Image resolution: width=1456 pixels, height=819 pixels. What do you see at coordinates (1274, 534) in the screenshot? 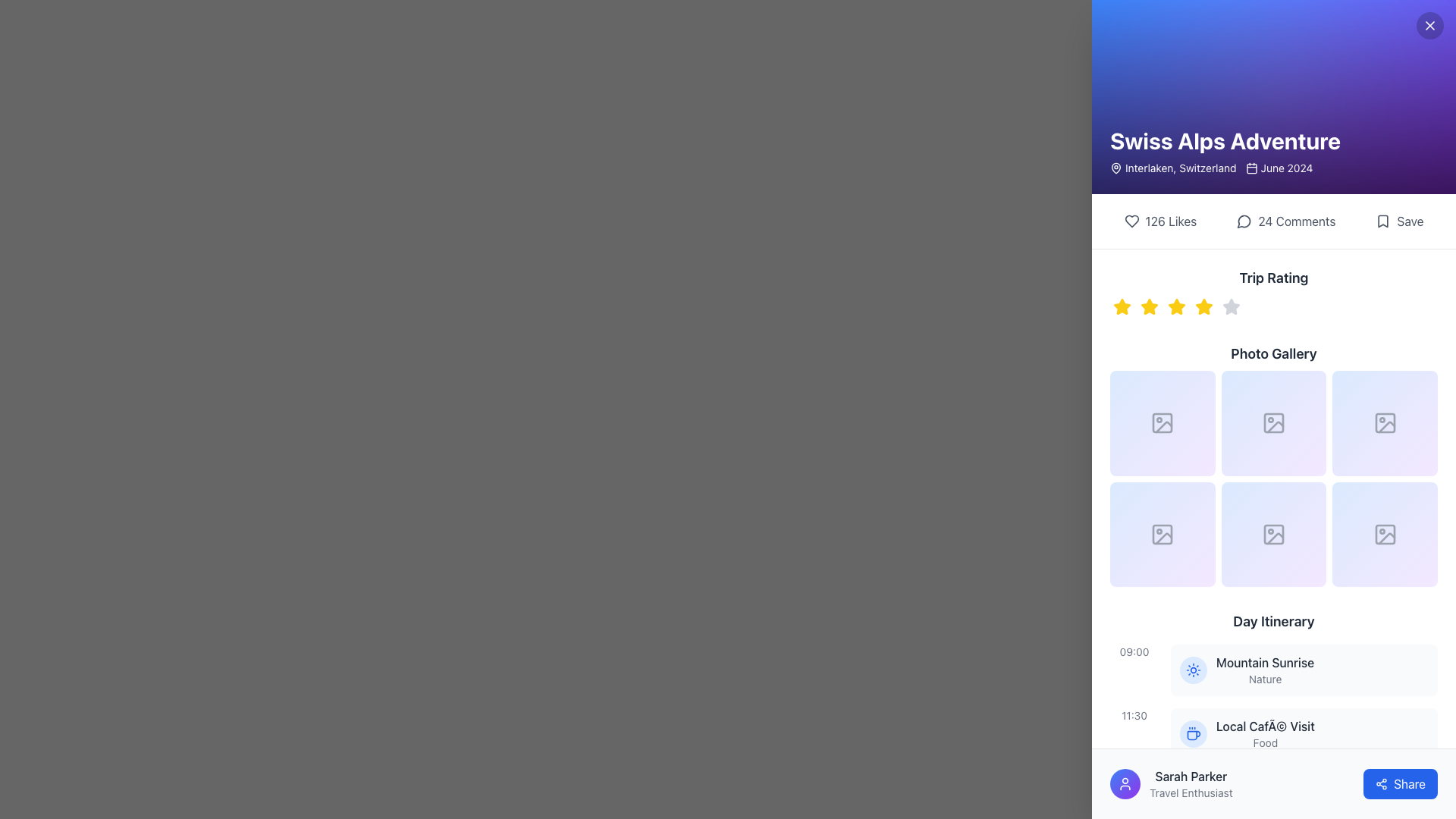
I see `the small square with rounded corners that serves as a placeholder for image content located in the 'Photo Gallery' section, specifically in the fourth position of the 3x2 grid` at bounding box center [1274, 534].